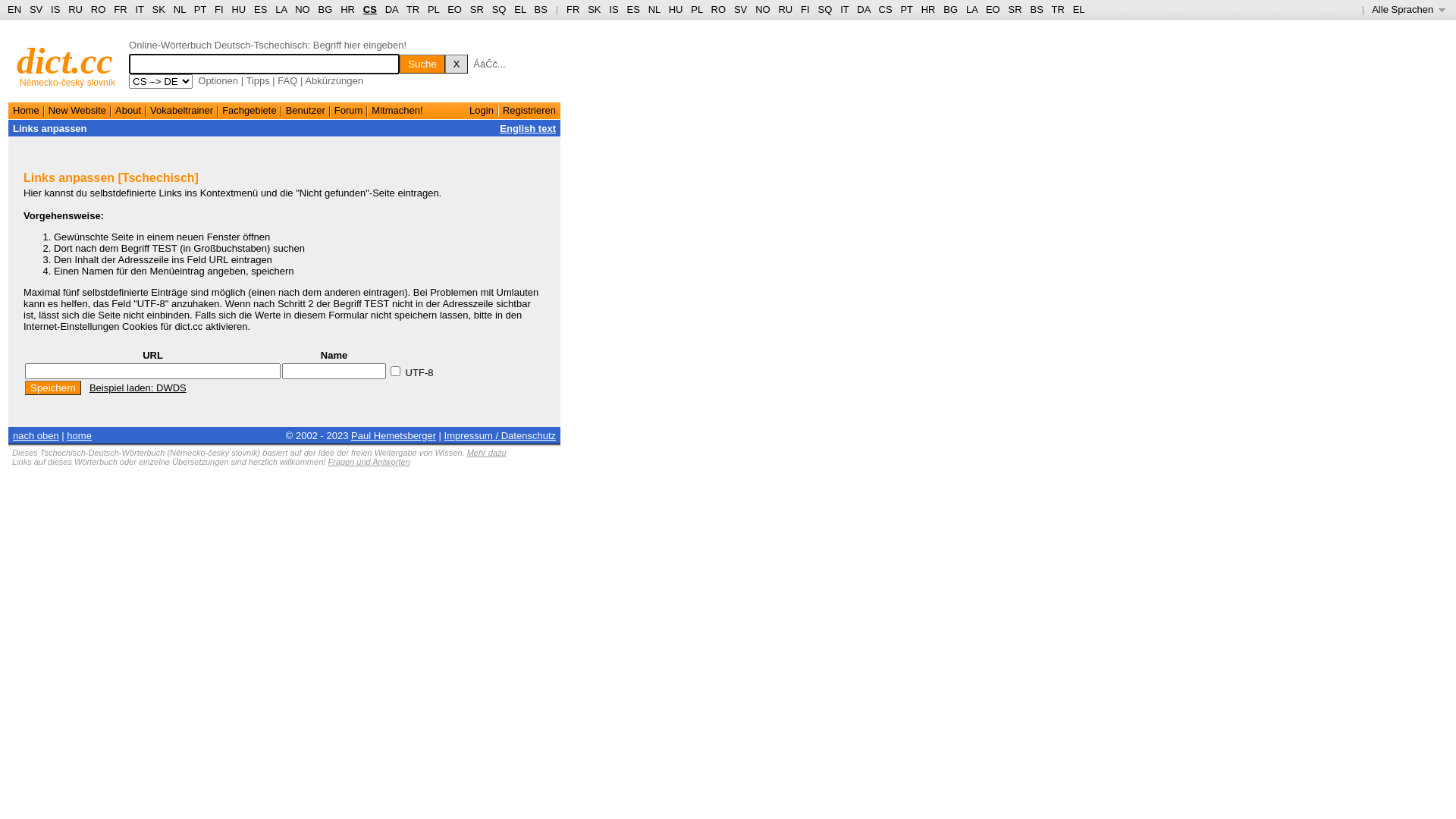 The height and width of the screenshot is (819, 1456). What do you see at coordinates (362, 9) in the screenshot?
I see `'CS'` at bounding box center [362, 9].